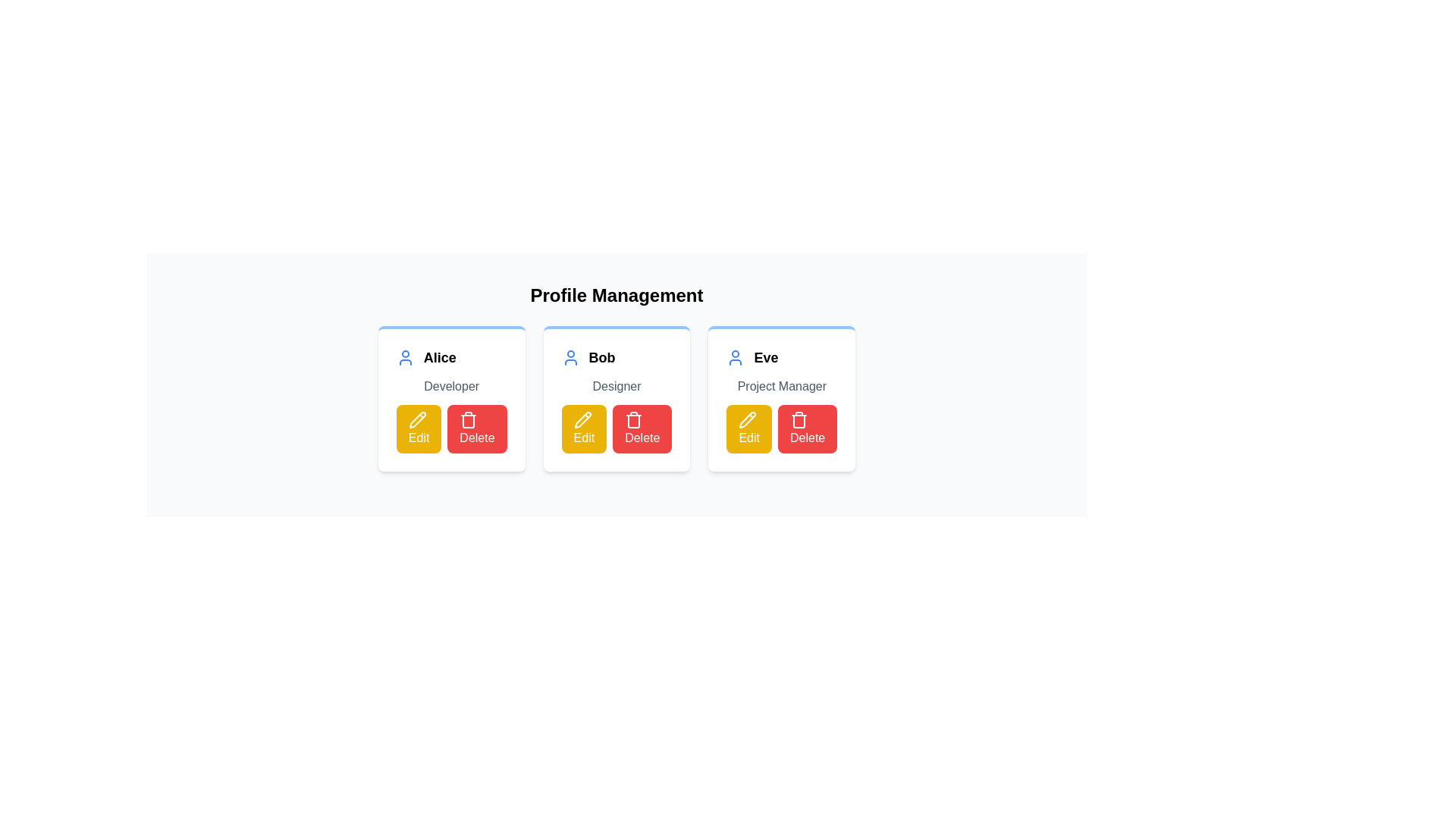 The image size is (1456, 819). I want to click on the pencil-shaped icon within the yellow rectangular button under the 'Eve' profile card, so click(748, 420).